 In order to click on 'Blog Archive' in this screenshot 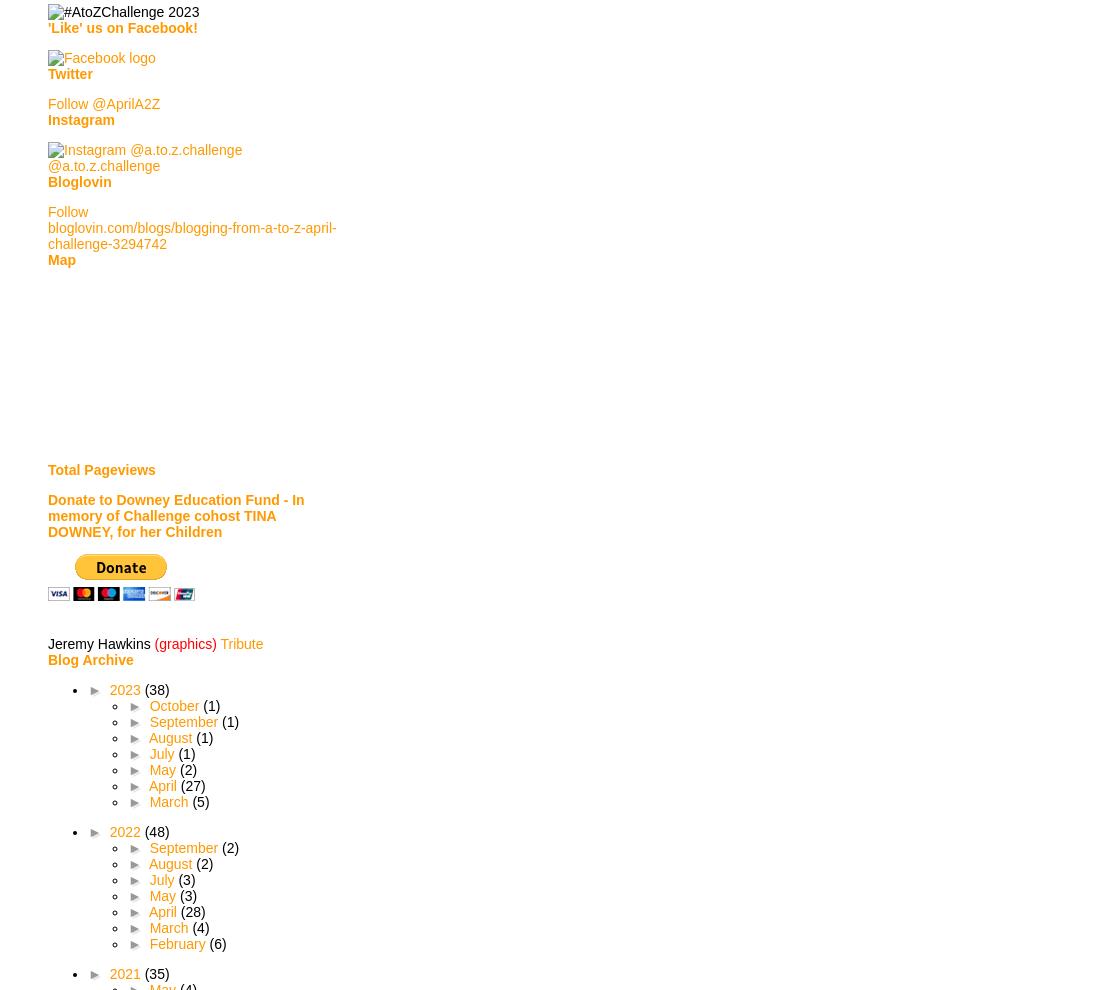, I will do `click(89, 660)`.